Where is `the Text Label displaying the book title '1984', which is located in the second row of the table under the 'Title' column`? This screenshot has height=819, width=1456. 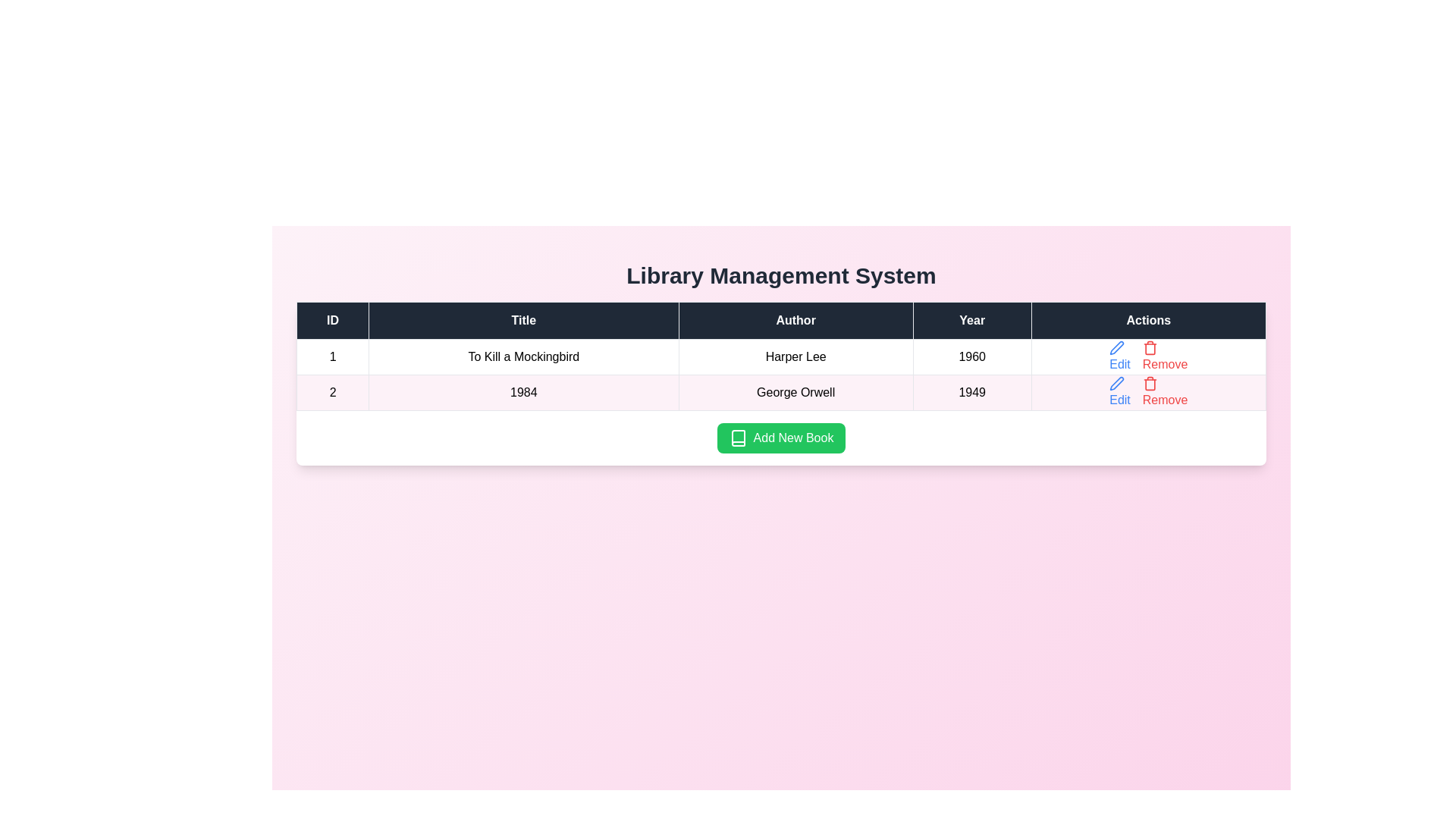 the Text Label displaying the book title '1984', which is located in the second row of the table under the 'Title' column is located at coordinates (523, 391).